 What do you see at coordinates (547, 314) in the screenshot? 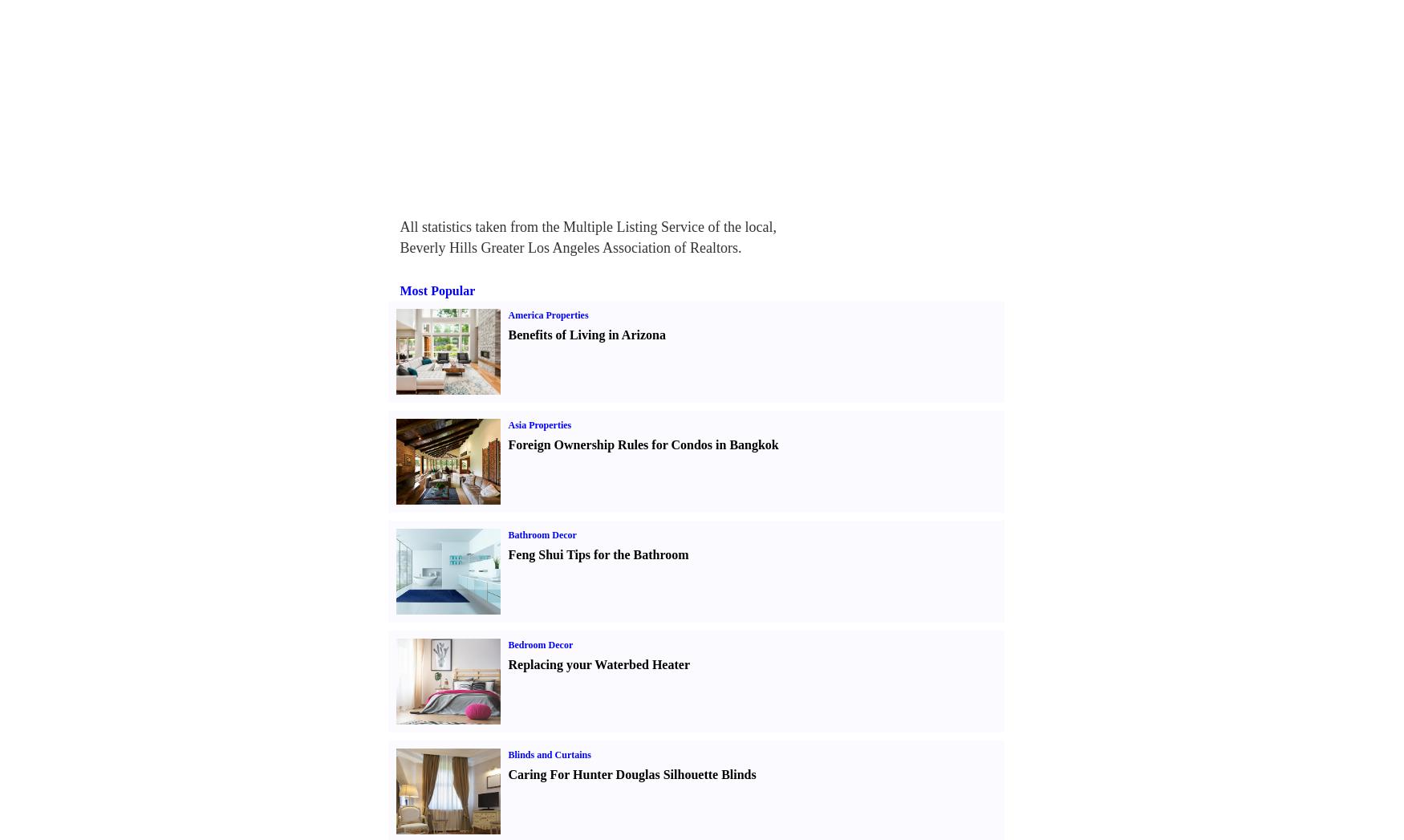
I see `'America Properties'` at bounding box center [547, 314].